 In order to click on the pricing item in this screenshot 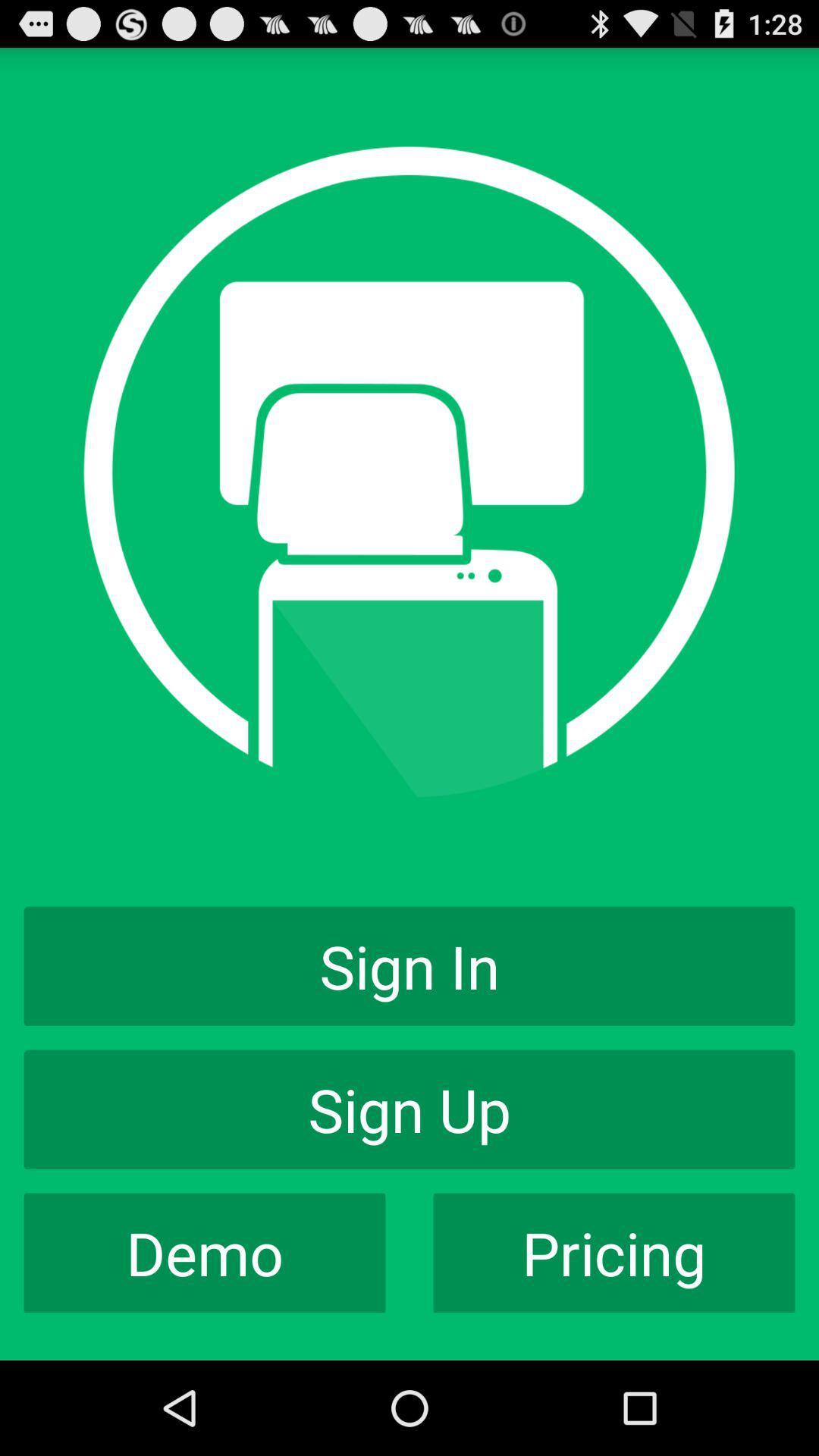, I will do `click(614, 1253)`.